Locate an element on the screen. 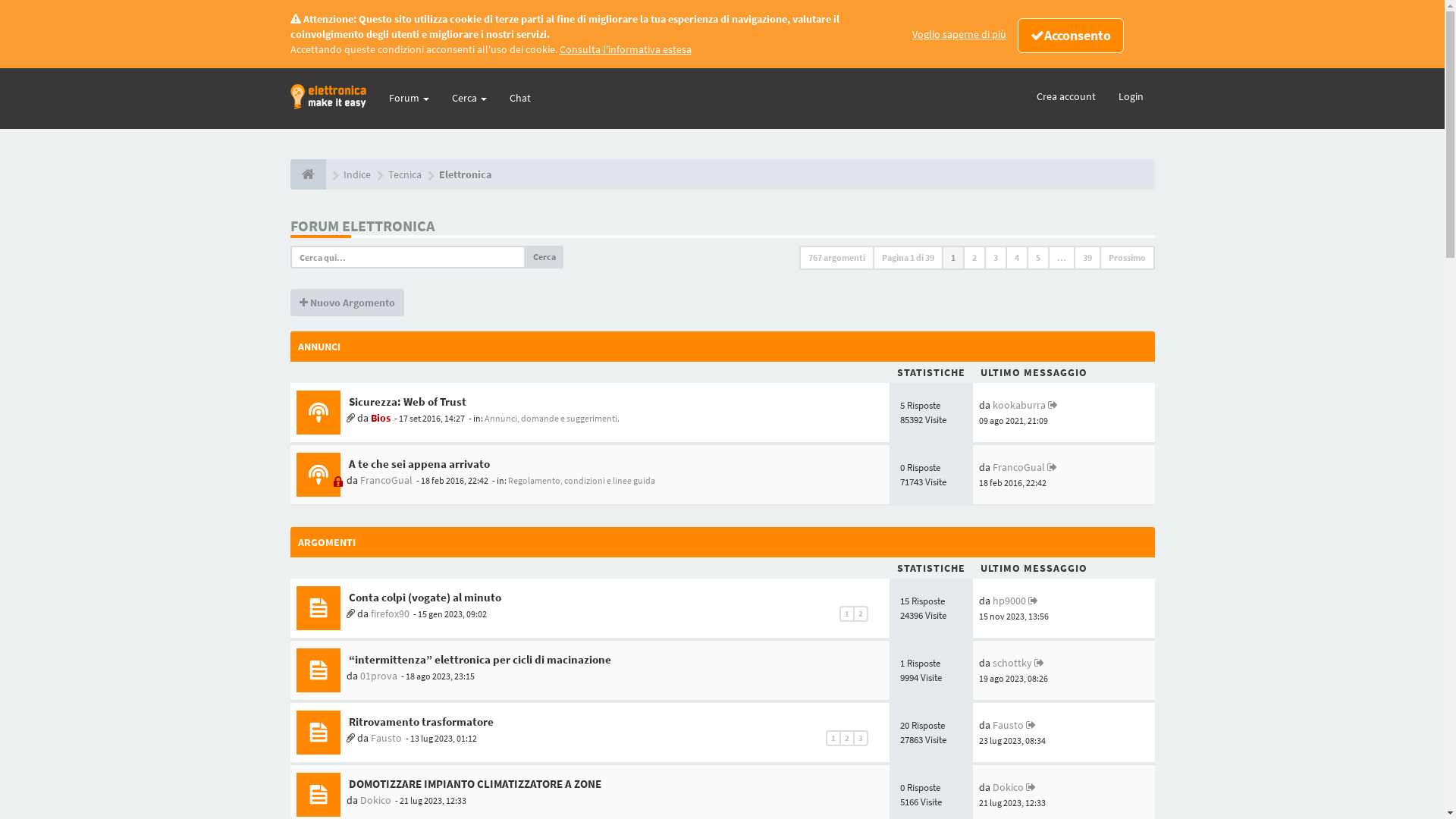 The image size is (1456, 819). 'Crea account' is located at coordinates (1065, 96).